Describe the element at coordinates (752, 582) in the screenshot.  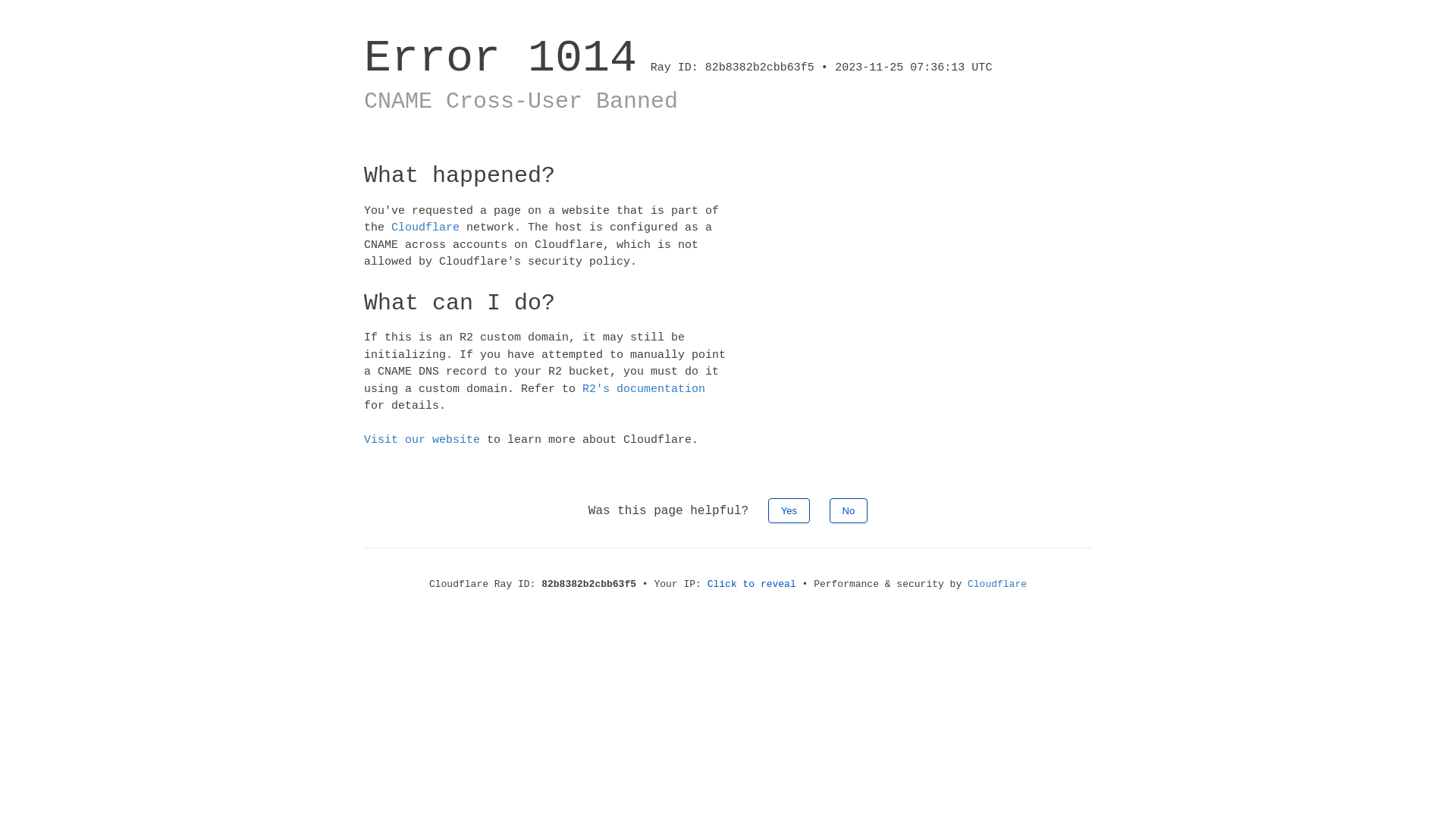
I see `'Click to reveal'` at that location.